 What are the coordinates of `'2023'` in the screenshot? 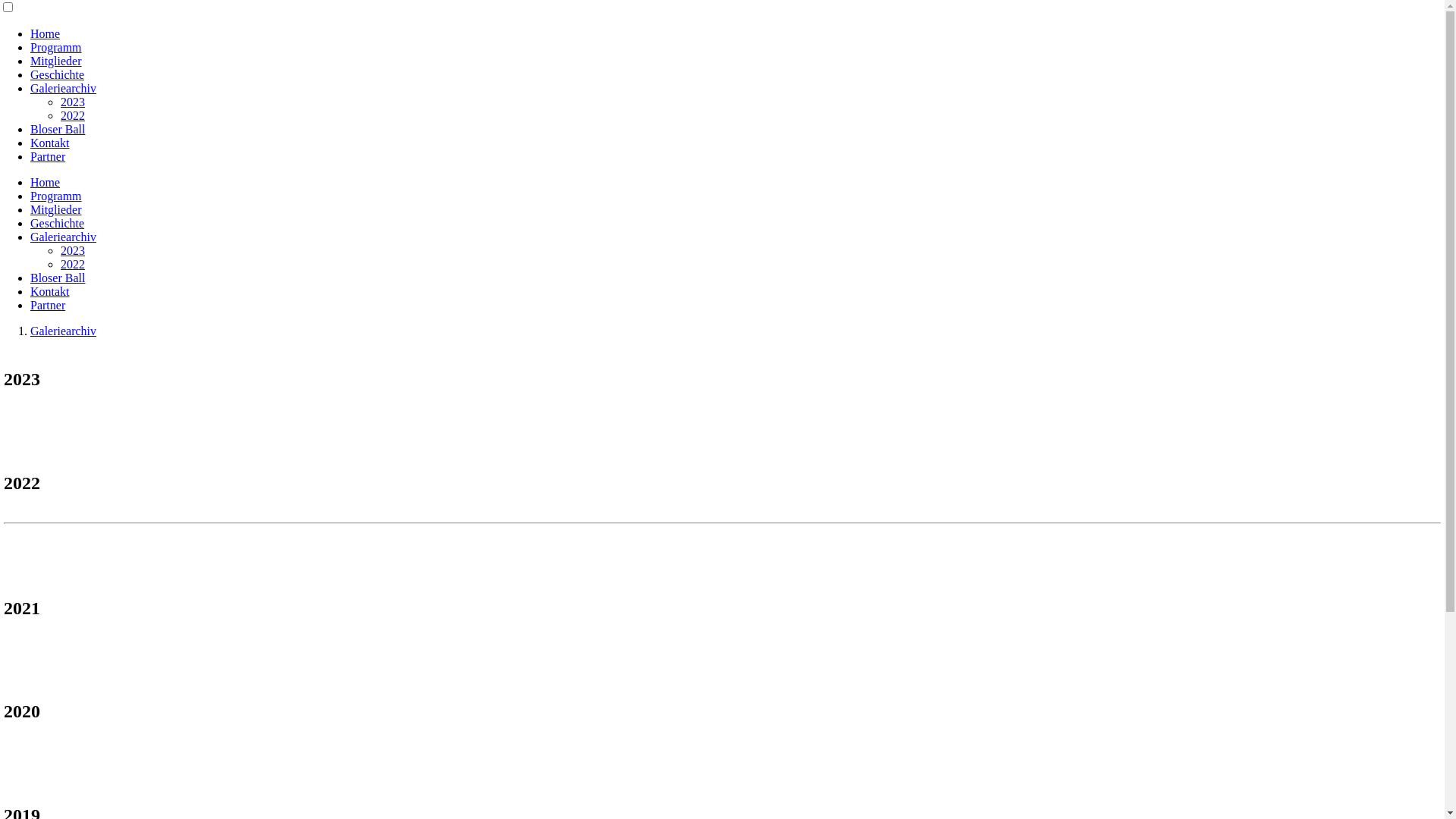 It's located at (61, 249).